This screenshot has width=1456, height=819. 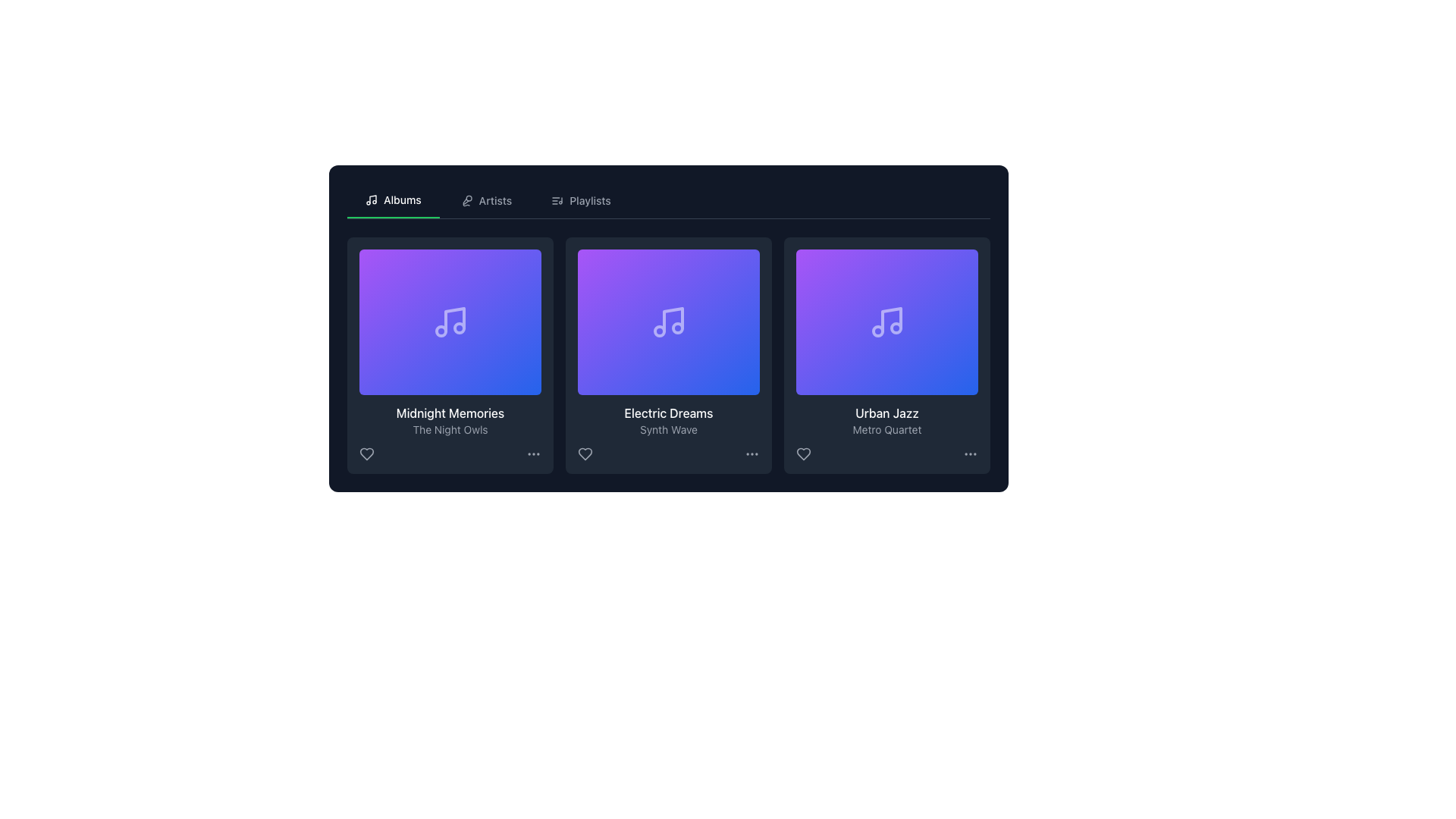 What do you see at coordinates (580, 200) in the screenshot?
I see `the 'Playlists' navigation menu item` at bounding box center [580, 200].